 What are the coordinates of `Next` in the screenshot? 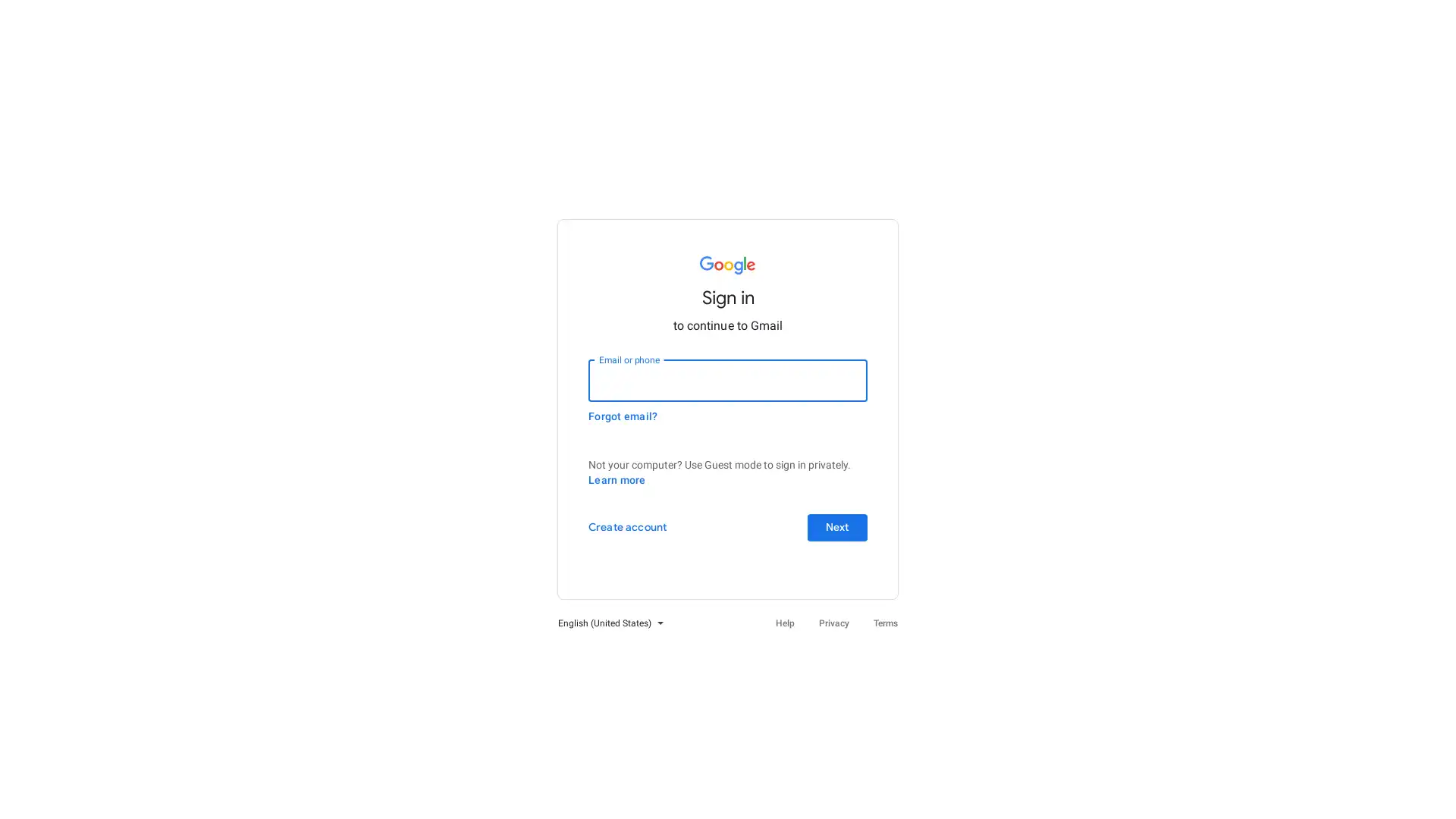 It's located at (836, 526).